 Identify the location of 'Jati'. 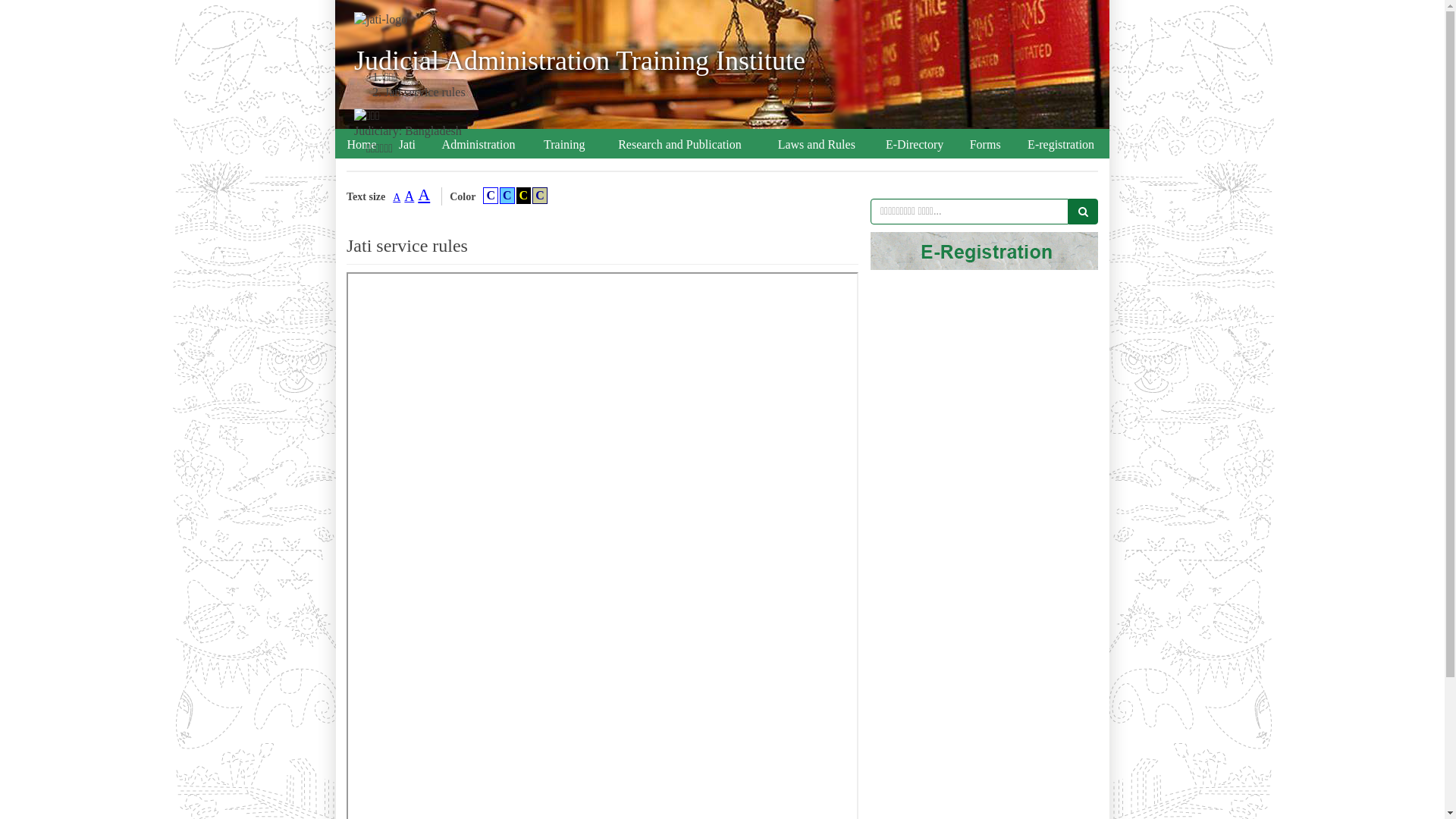
(407, 145).